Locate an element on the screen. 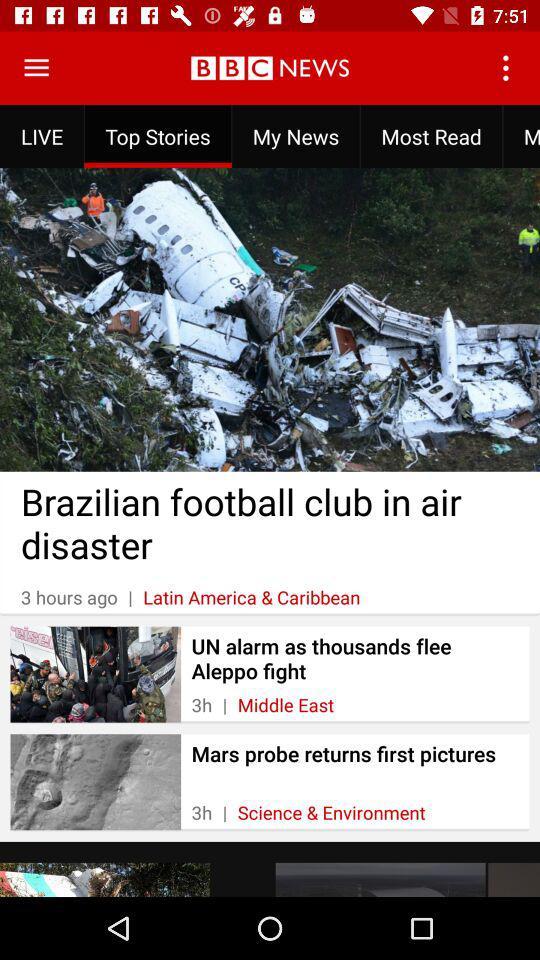  menu bar is located at coordinates (36, 68).